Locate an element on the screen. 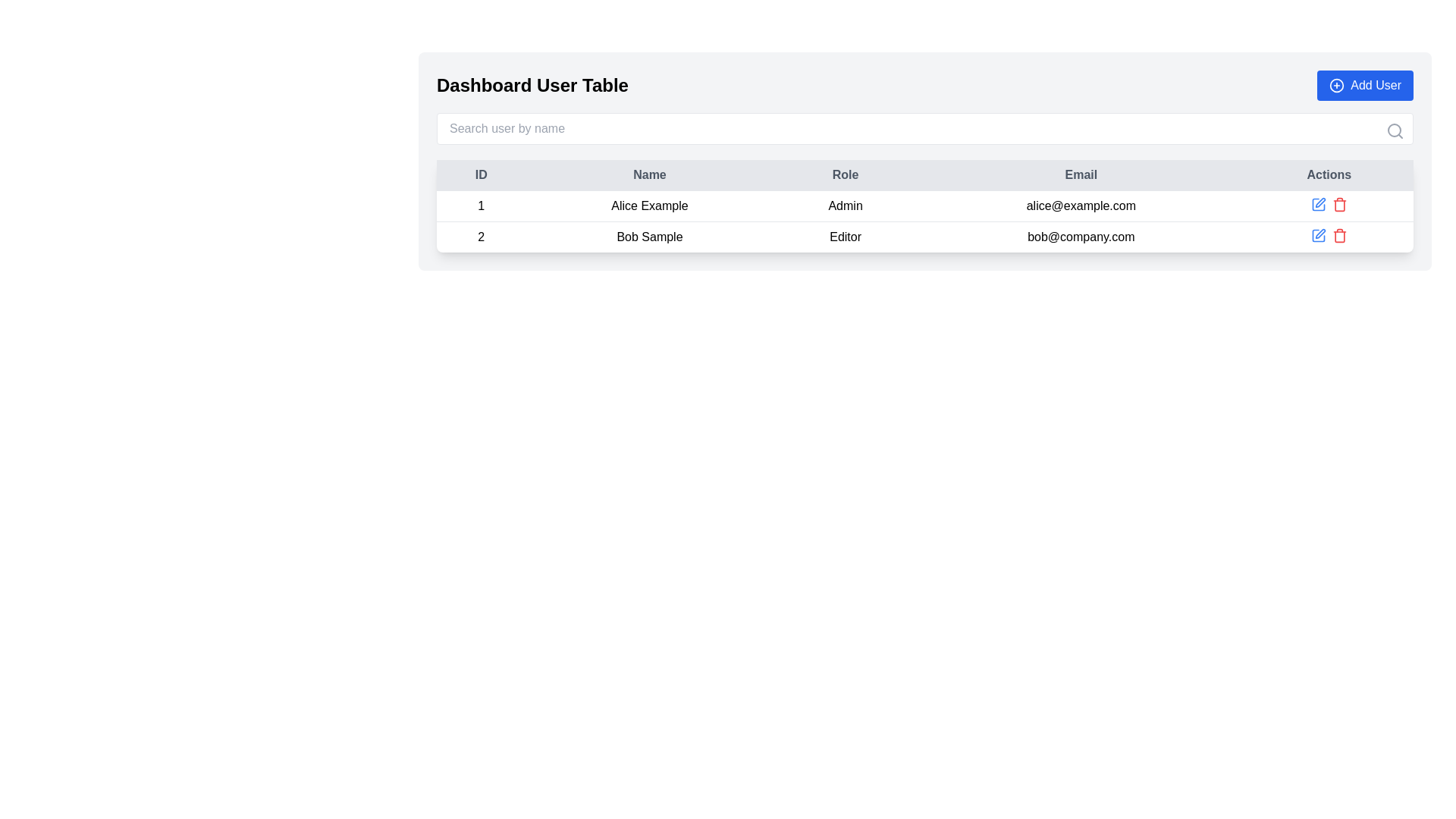 The image size is (1456, 819). text 'Admin' displayed in black font within the first row of the table under the 'Role' header, which corresponds to the user 'Alice Example' is located at coordinates (845, 206).